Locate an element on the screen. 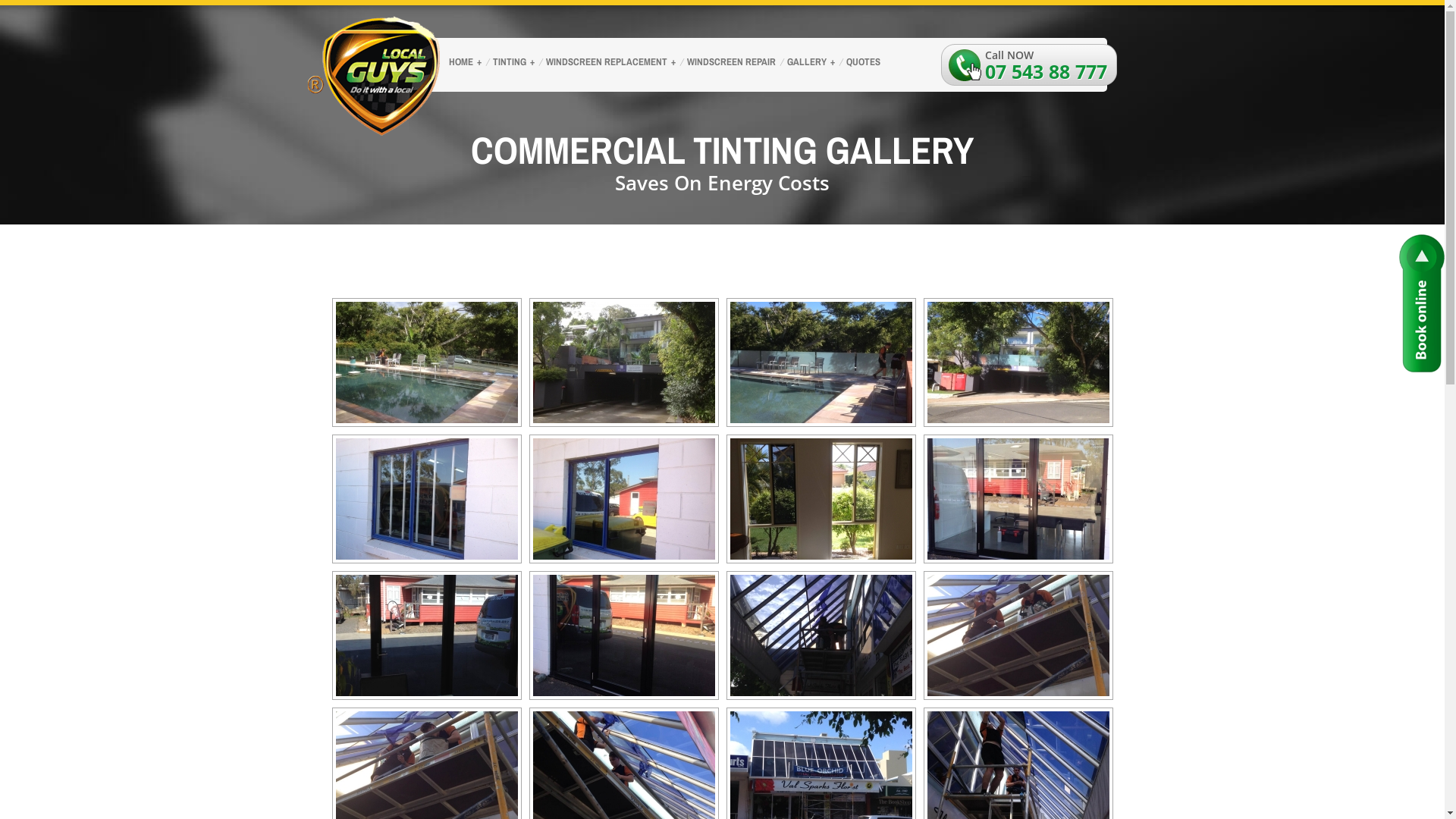 This screenshot has height=819, width=1456. 'WINDSCREEN REPAIR' is located at coordinates (729, 63).